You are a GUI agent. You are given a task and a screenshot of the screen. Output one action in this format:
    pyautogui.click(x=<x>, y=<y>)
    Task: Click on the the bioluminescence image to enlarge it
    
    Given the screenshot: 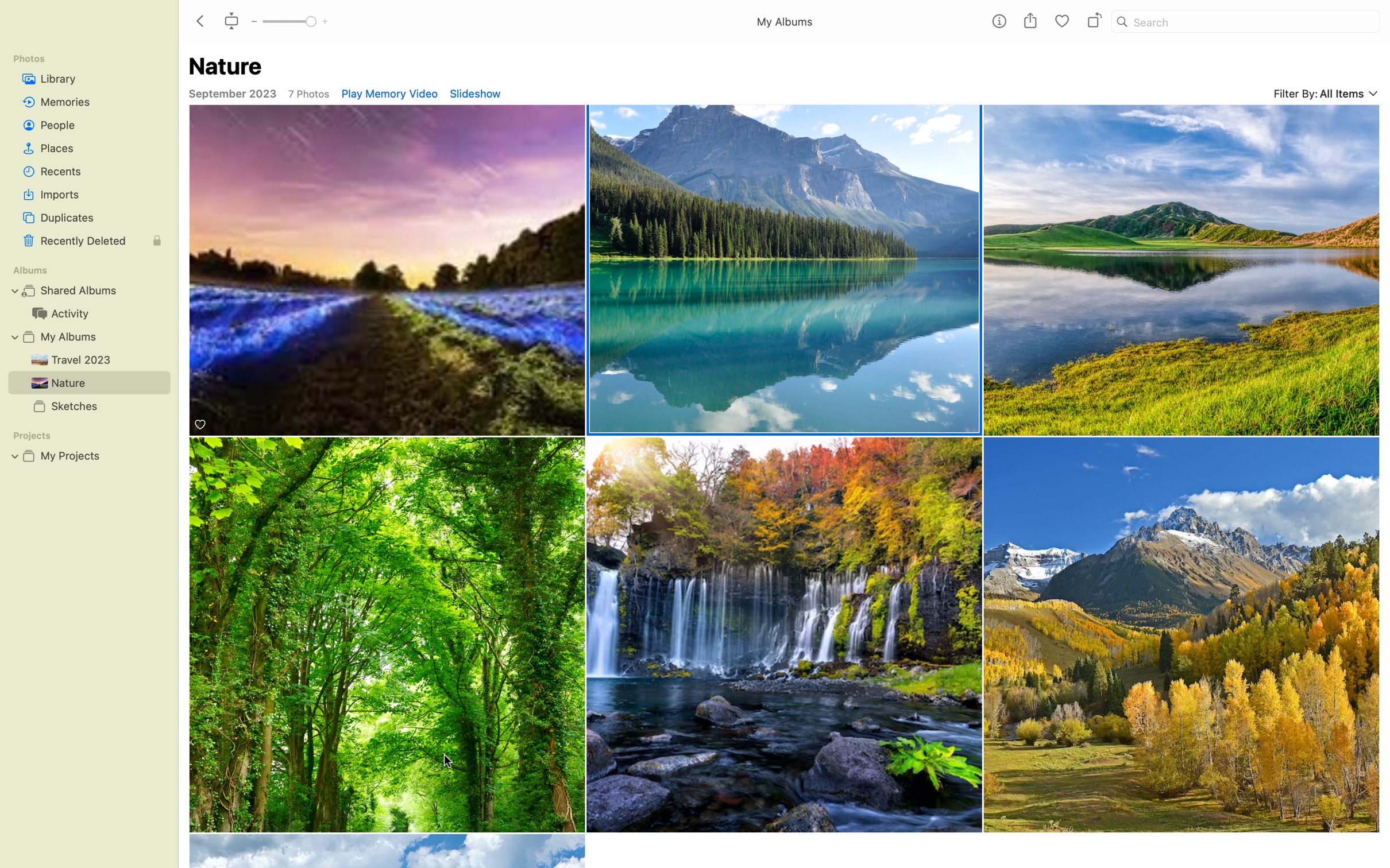 What is the action you would take?
    pyautogui.click(x=387, y=271)
    